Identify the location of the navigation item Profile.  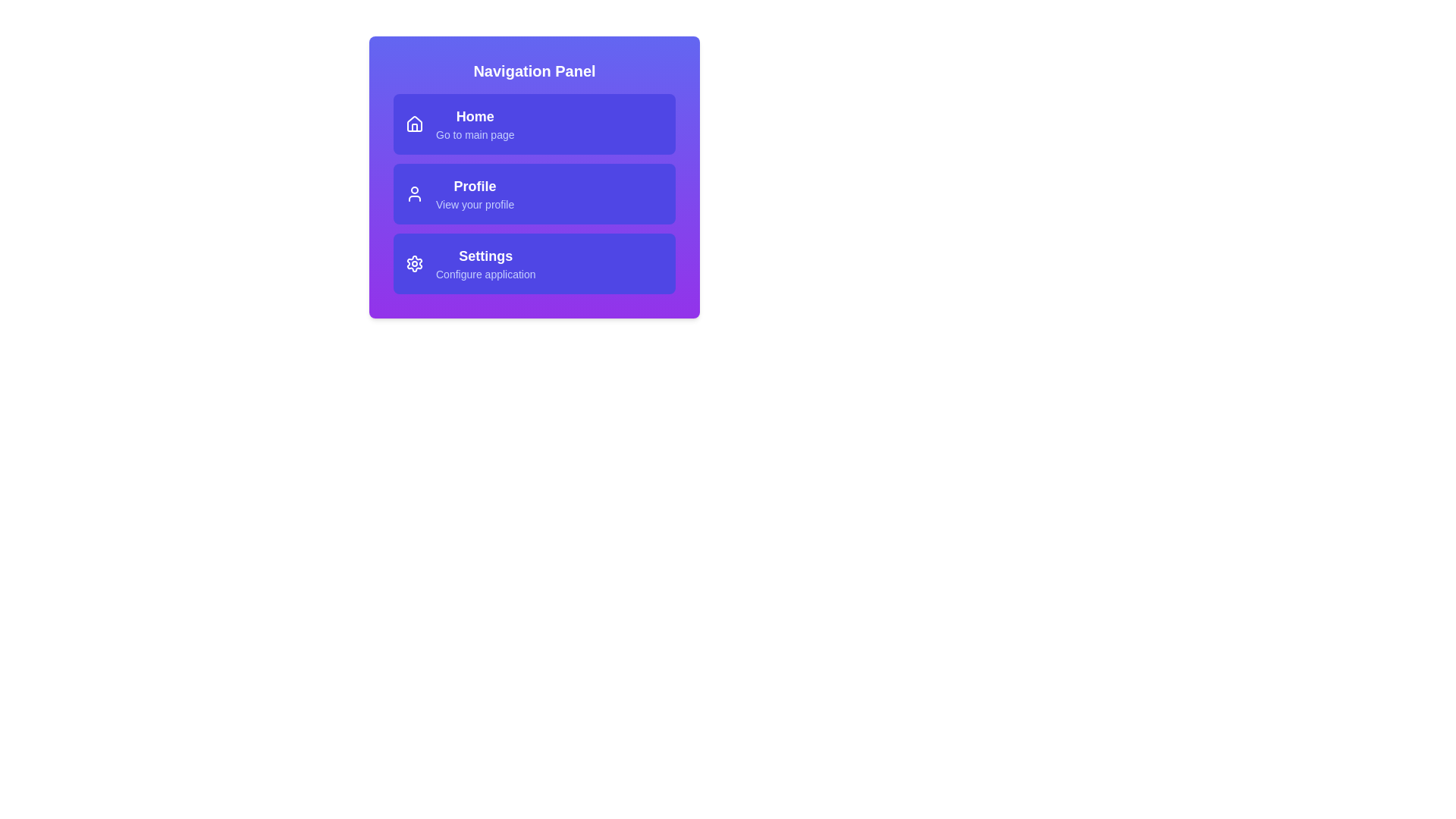
(535, 193).